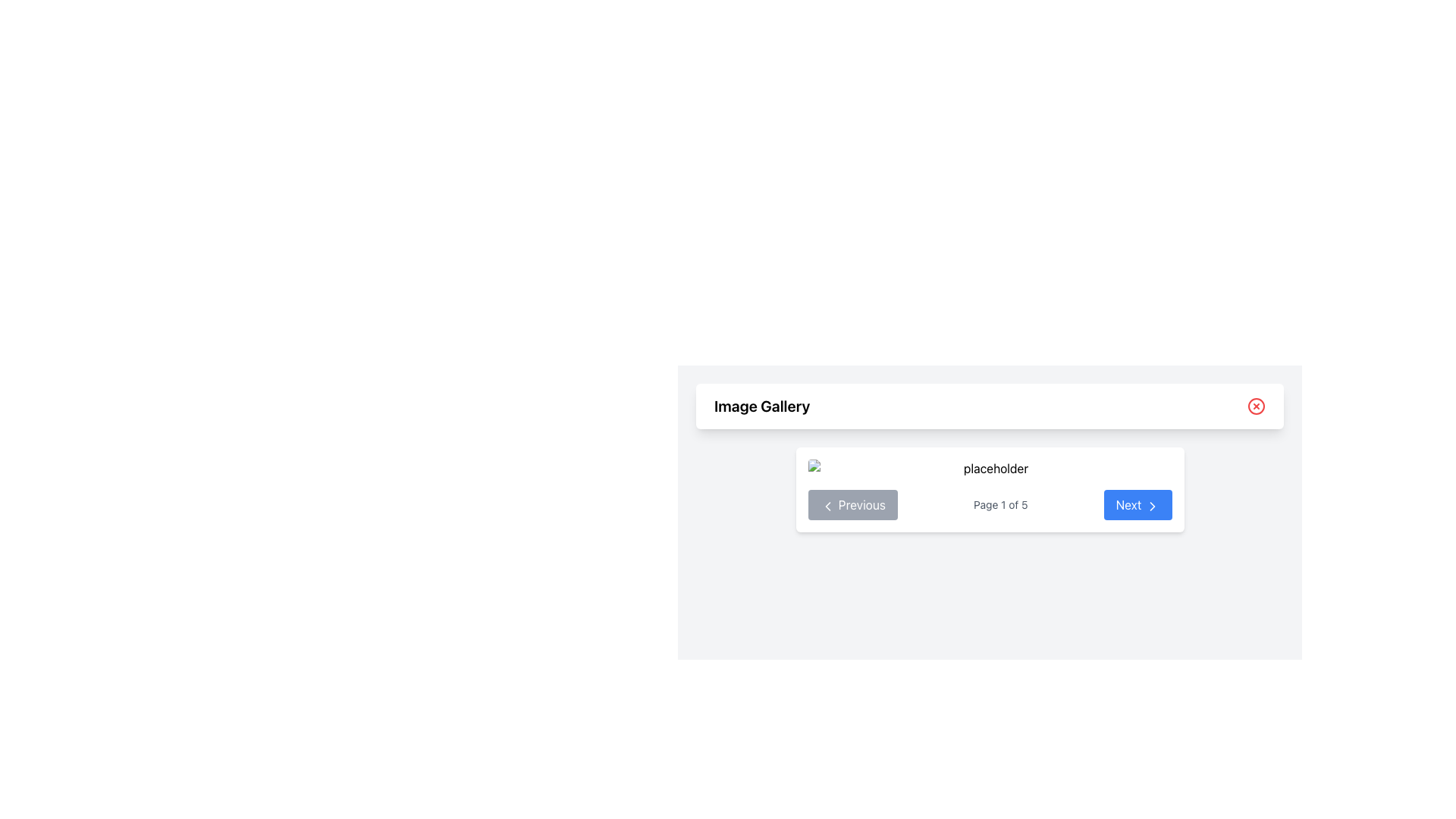  What do you see at coordinates (1000, 505) in the screenshot?
I see `the pagination label displaying 'Page 1 of 5', which is positioned between the 'Previous' and 'Next' buttons in the card element` at bounding box center [1000, 505].